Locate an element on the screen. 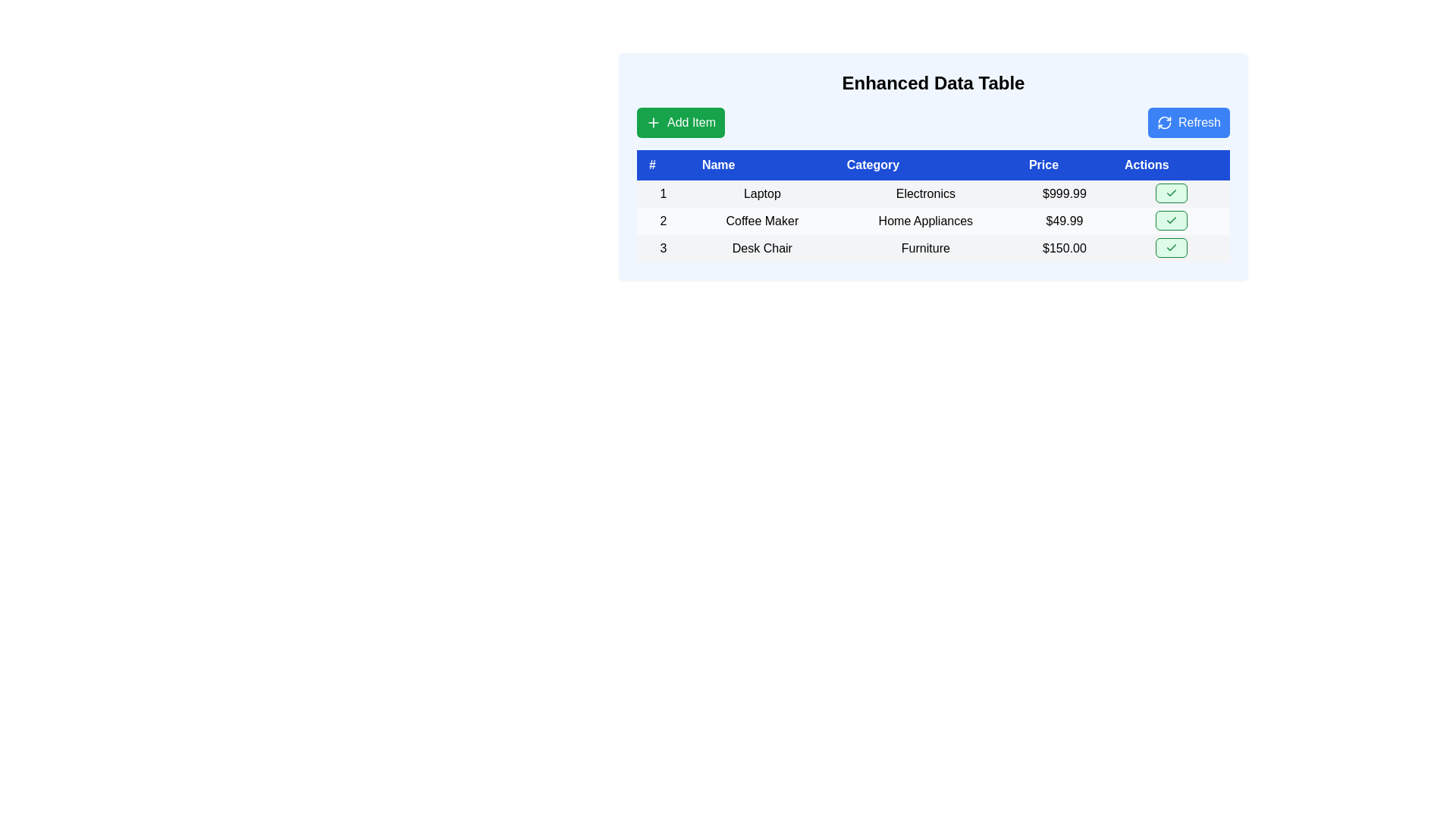 This screenshot has width=1456, height=819. the button with a green border and checkmark icon located in the 'Actions' column of the second row associated with the 'Home Appliances' category is located at coordinates (1170, 220).